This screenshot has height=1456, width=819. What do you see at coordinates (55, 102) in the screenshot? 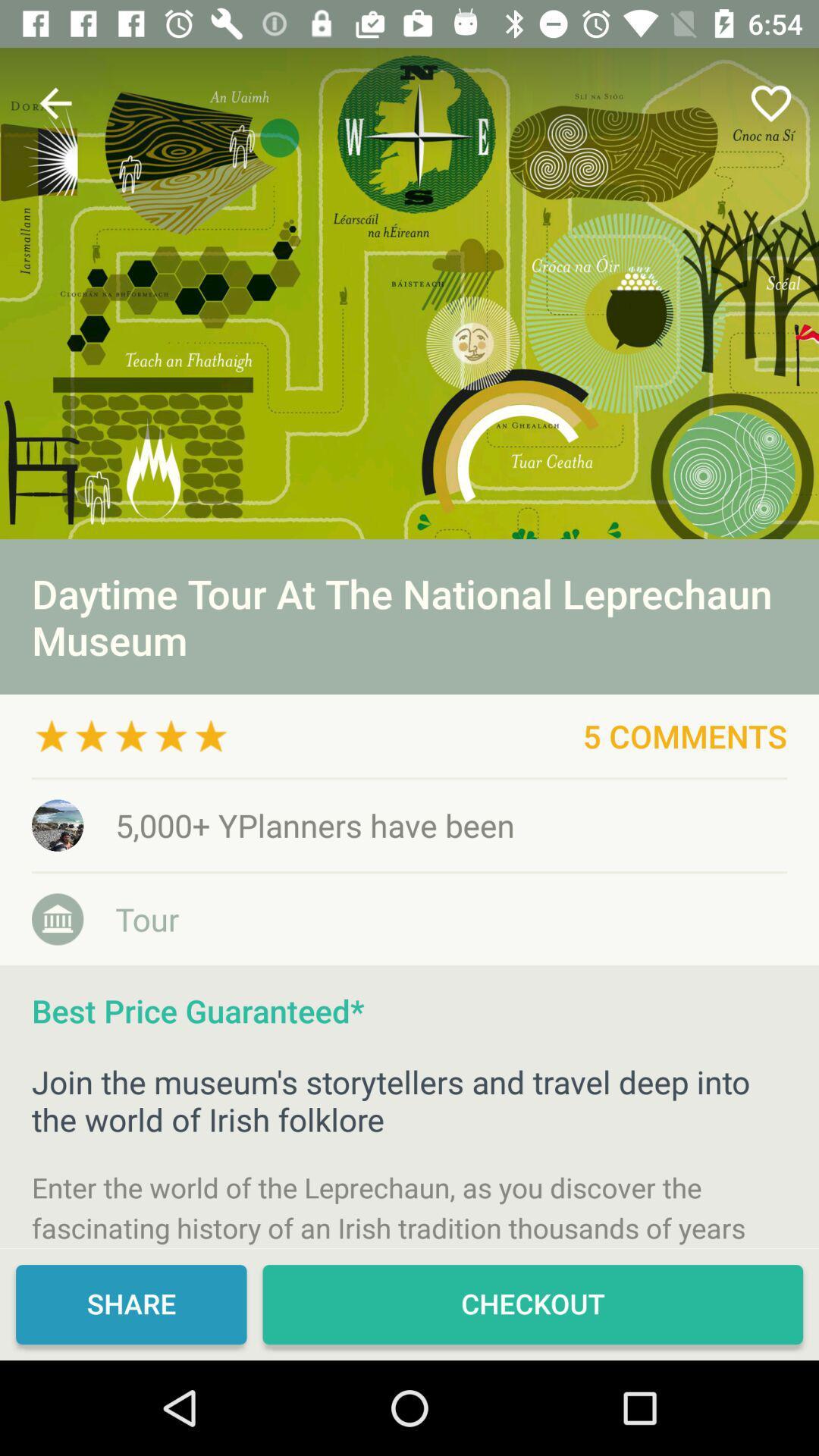
I see `go back` at bounding box center [55, 102].